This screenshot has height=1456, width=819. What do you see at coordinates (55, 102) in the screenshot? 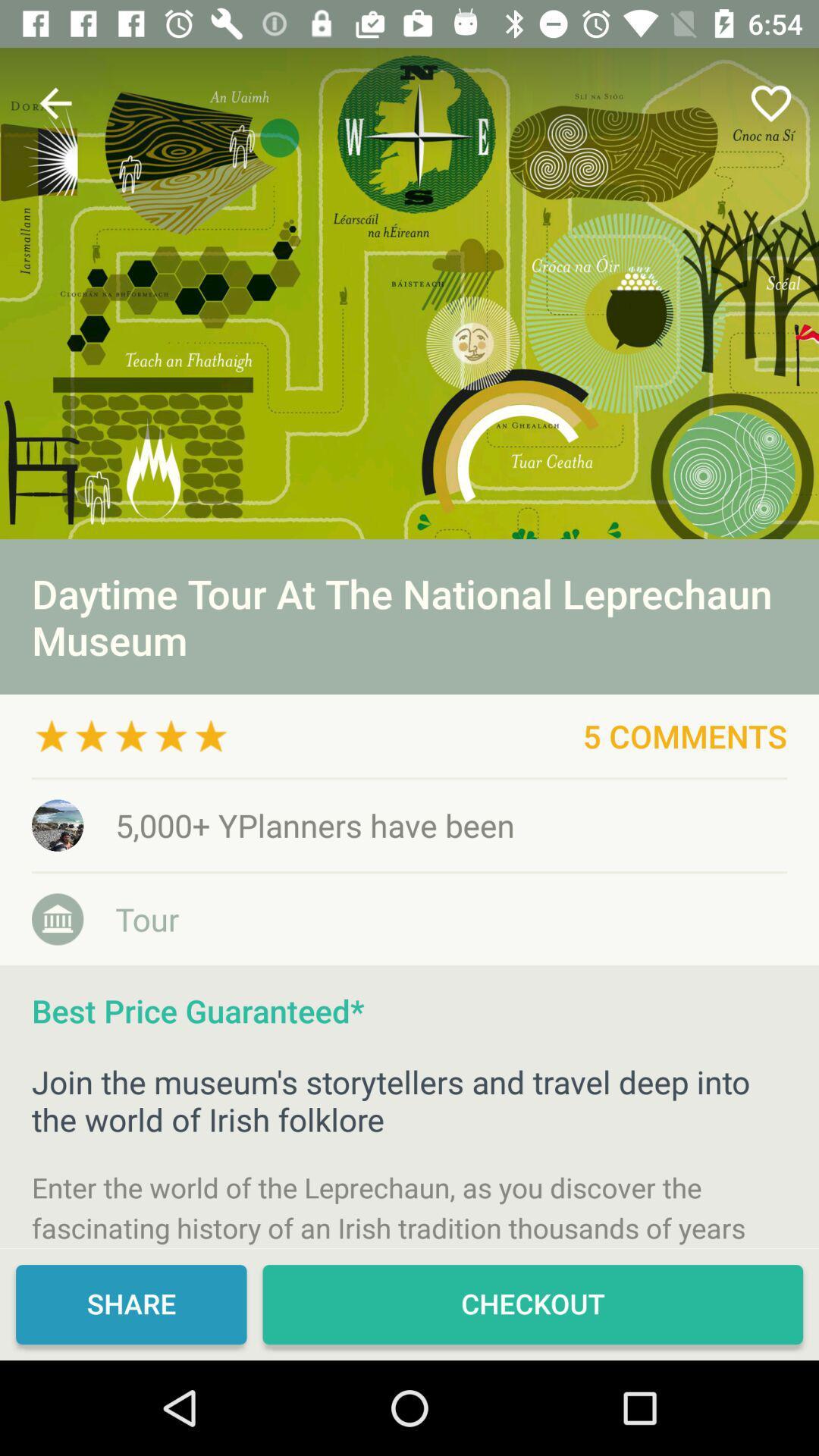
I see `go back` at bounding box center [55, 102].